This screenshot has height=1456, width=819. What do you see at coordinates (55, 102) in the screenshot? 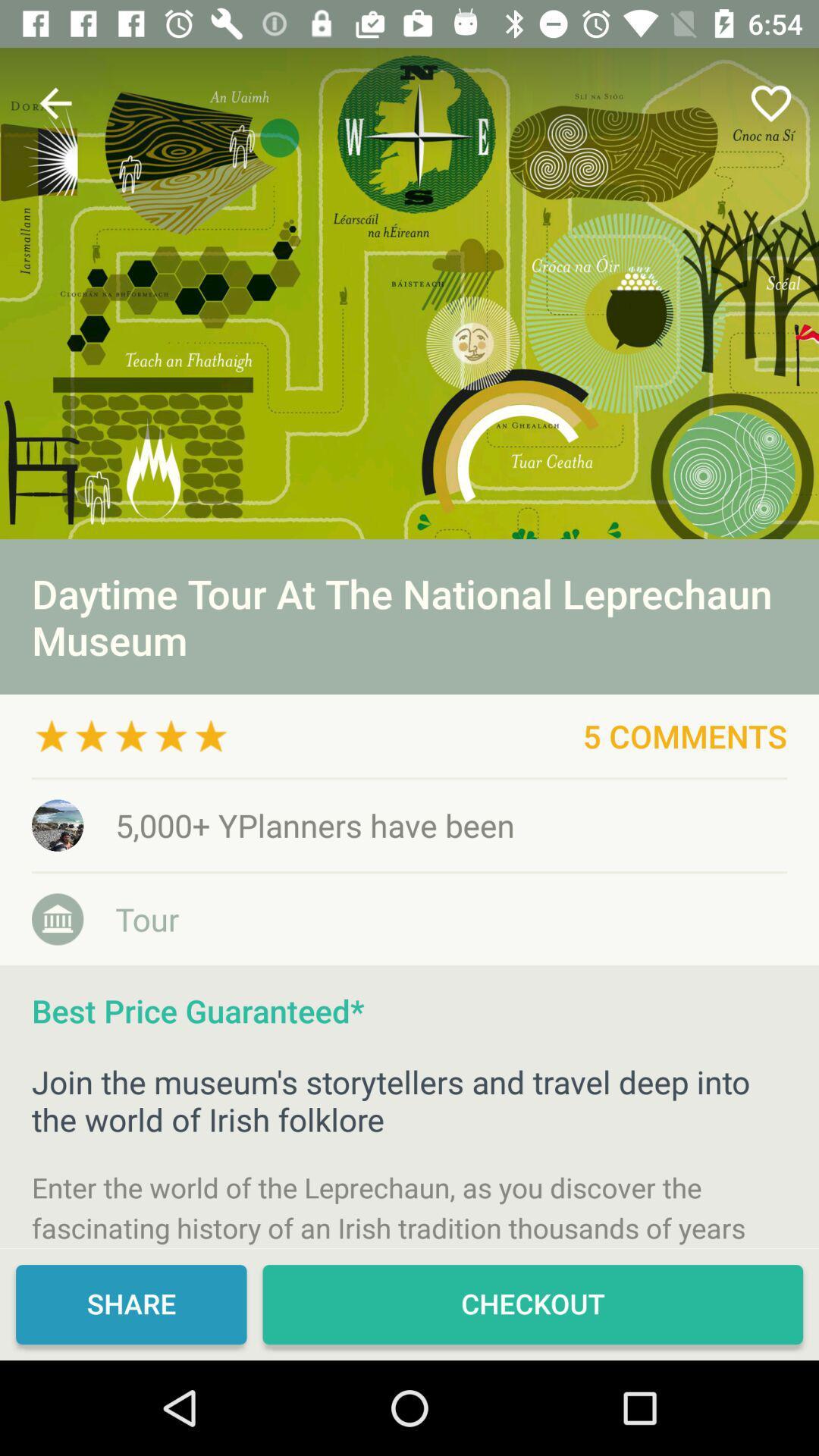
I see `go back` at bounding box center [55, 102].